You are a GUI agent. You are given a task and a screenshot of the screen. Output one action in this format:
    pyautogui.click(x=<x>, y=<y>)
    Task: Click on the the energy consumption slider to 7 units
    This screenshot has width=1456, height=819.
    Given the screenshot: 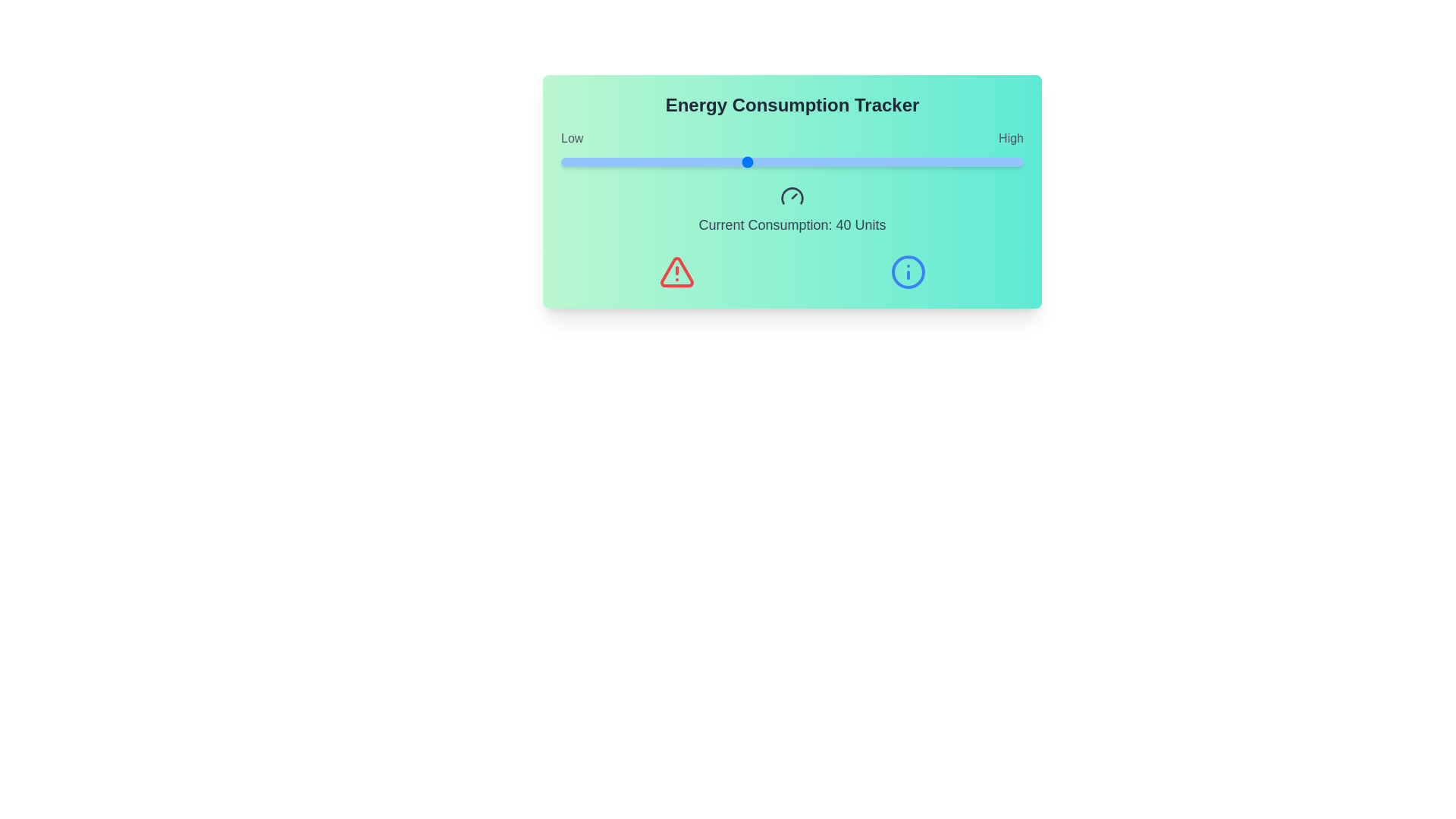 What is the action you would take?
    pyautogui.click(x=592, y=162)
    